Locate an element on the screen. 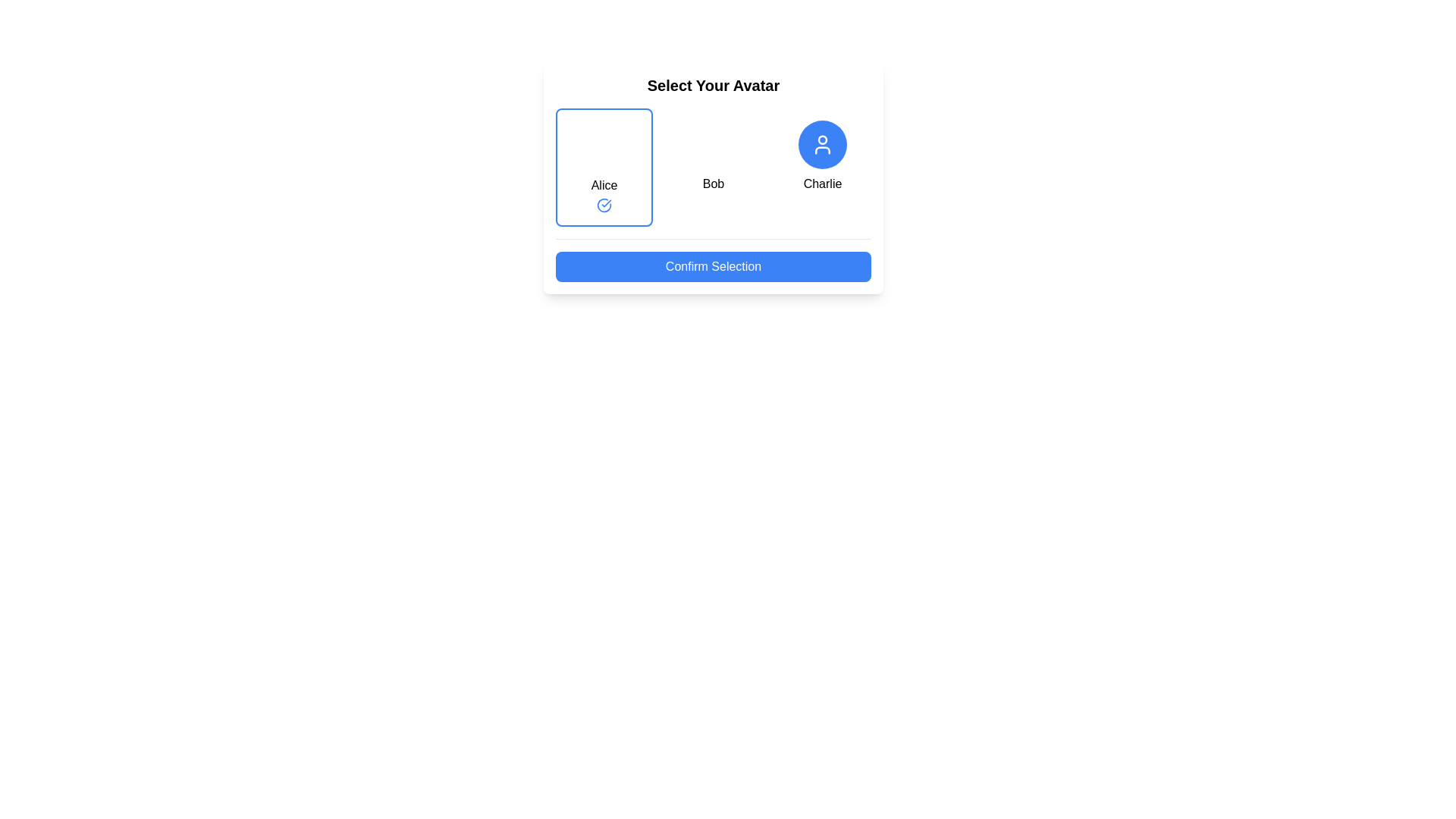 The image size is (1456, 819). the text label for the middle selectable avatar 'Bob', which is located below the heading 'Select Your Avatar' and positioned between the avatars 'Alice' and 'Charlie' is located at coordinates (712, 177).